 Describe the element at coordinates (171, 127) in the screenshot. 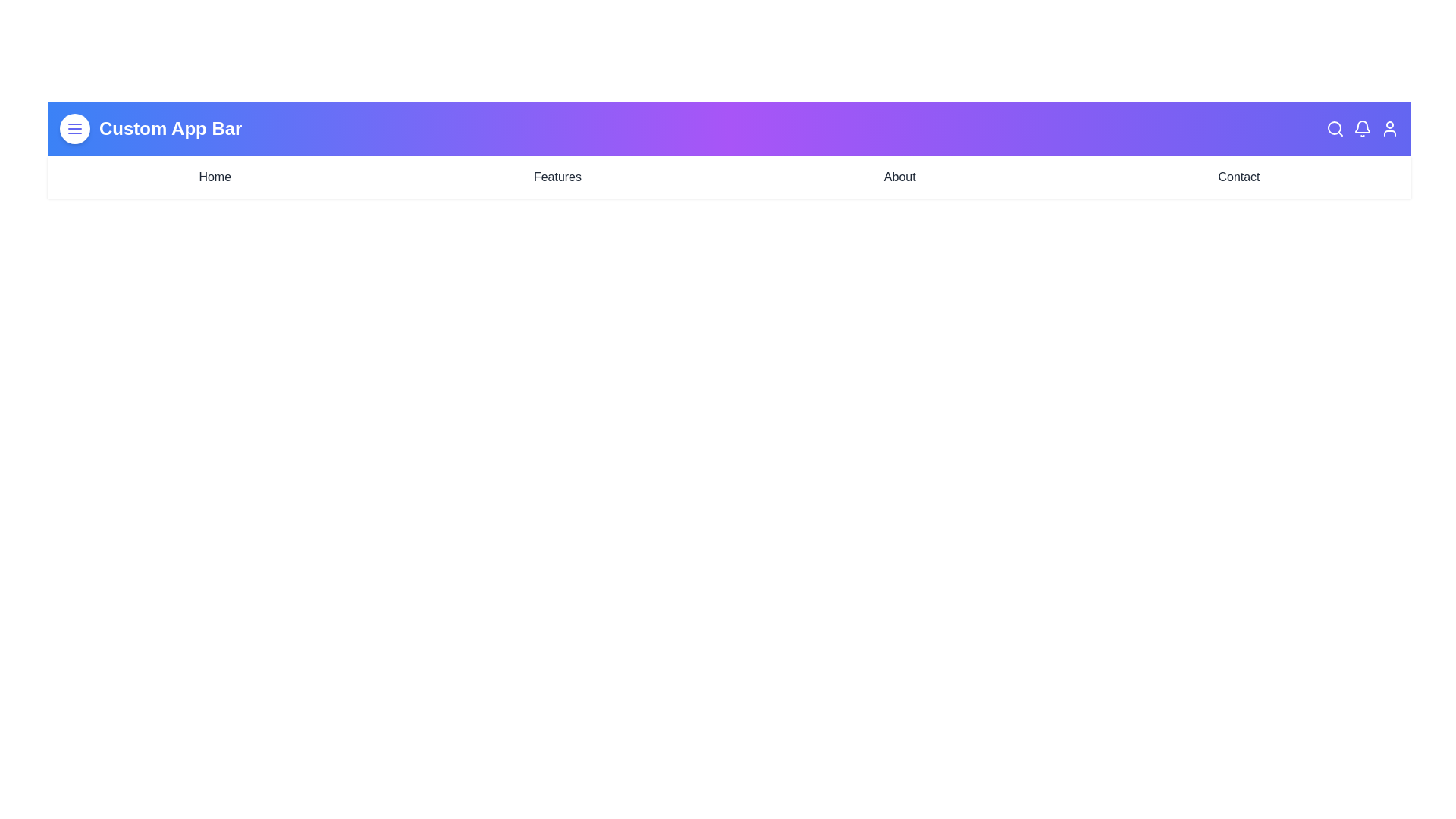

I see `the app bar title to inspect it` at that location.